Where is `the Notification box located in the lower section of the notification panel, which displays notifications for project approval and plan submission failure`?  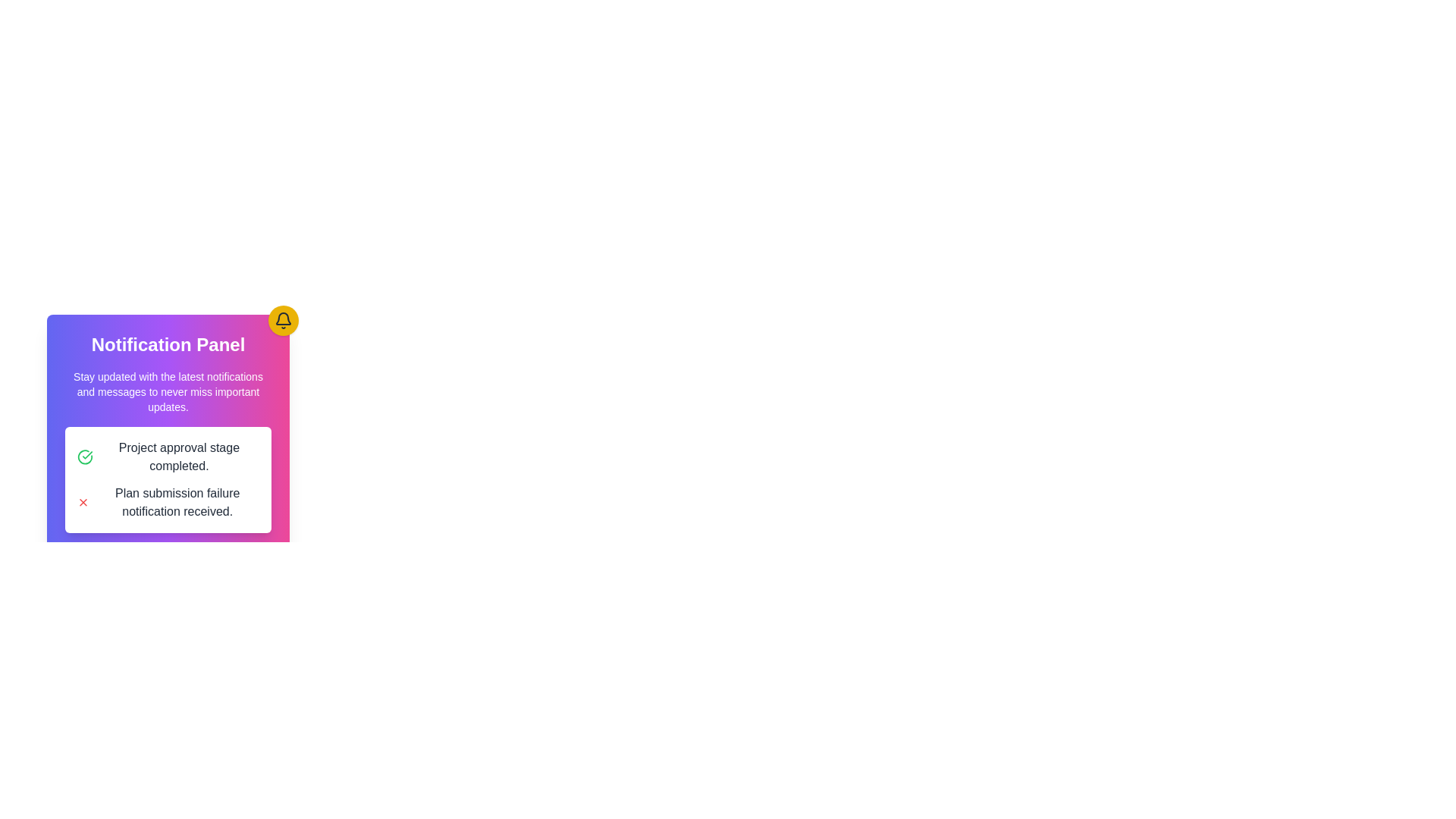
the Notification box located in the lower section of the notification panel, which displays notifications for project approval and plan submission failure is located at coordinates (168, 479).